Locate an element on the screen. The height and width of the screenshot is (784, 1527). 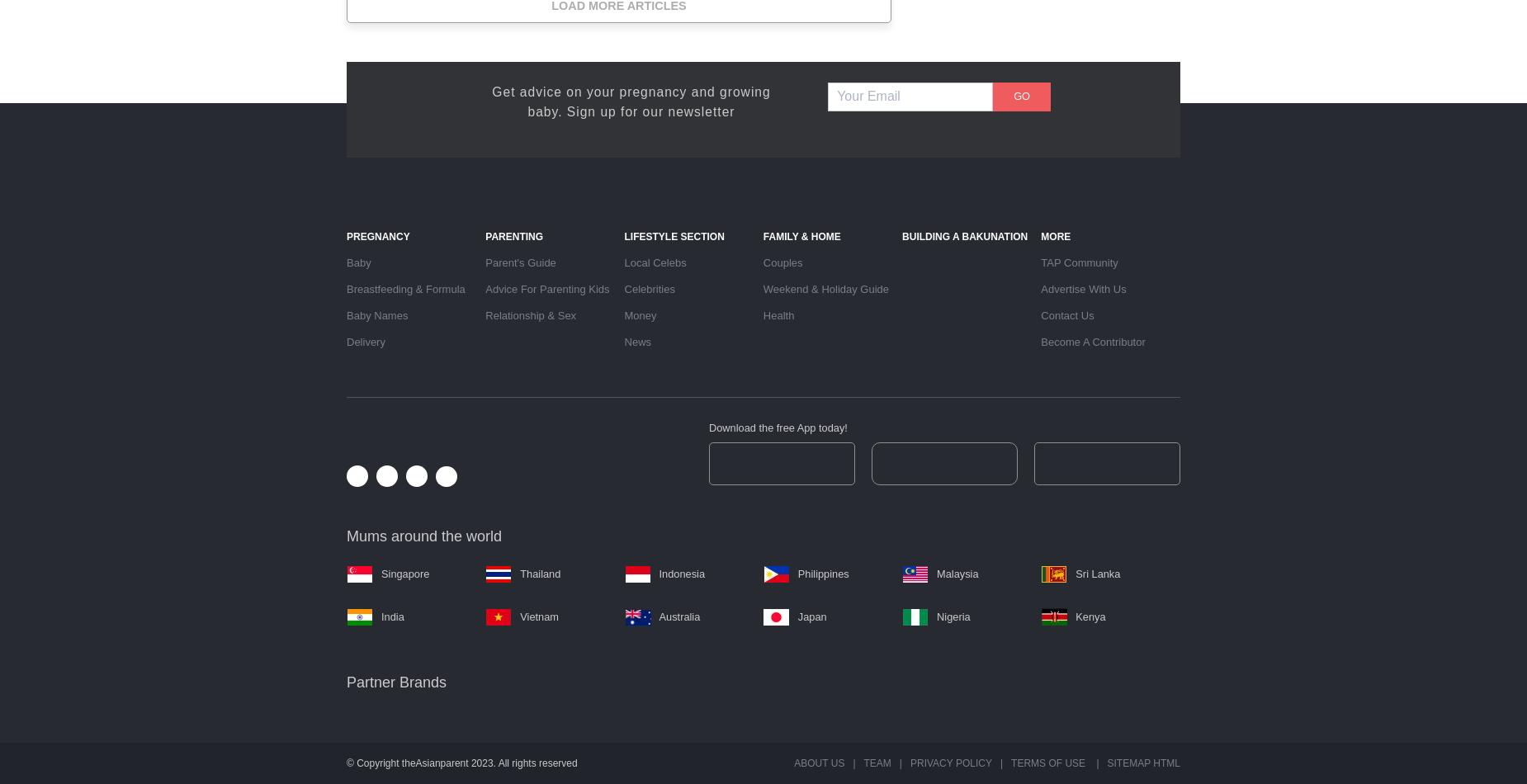
'Get advice on your pregnancy and growing baby. Sign up for our newsletter' is located at coordinates (631, 101).